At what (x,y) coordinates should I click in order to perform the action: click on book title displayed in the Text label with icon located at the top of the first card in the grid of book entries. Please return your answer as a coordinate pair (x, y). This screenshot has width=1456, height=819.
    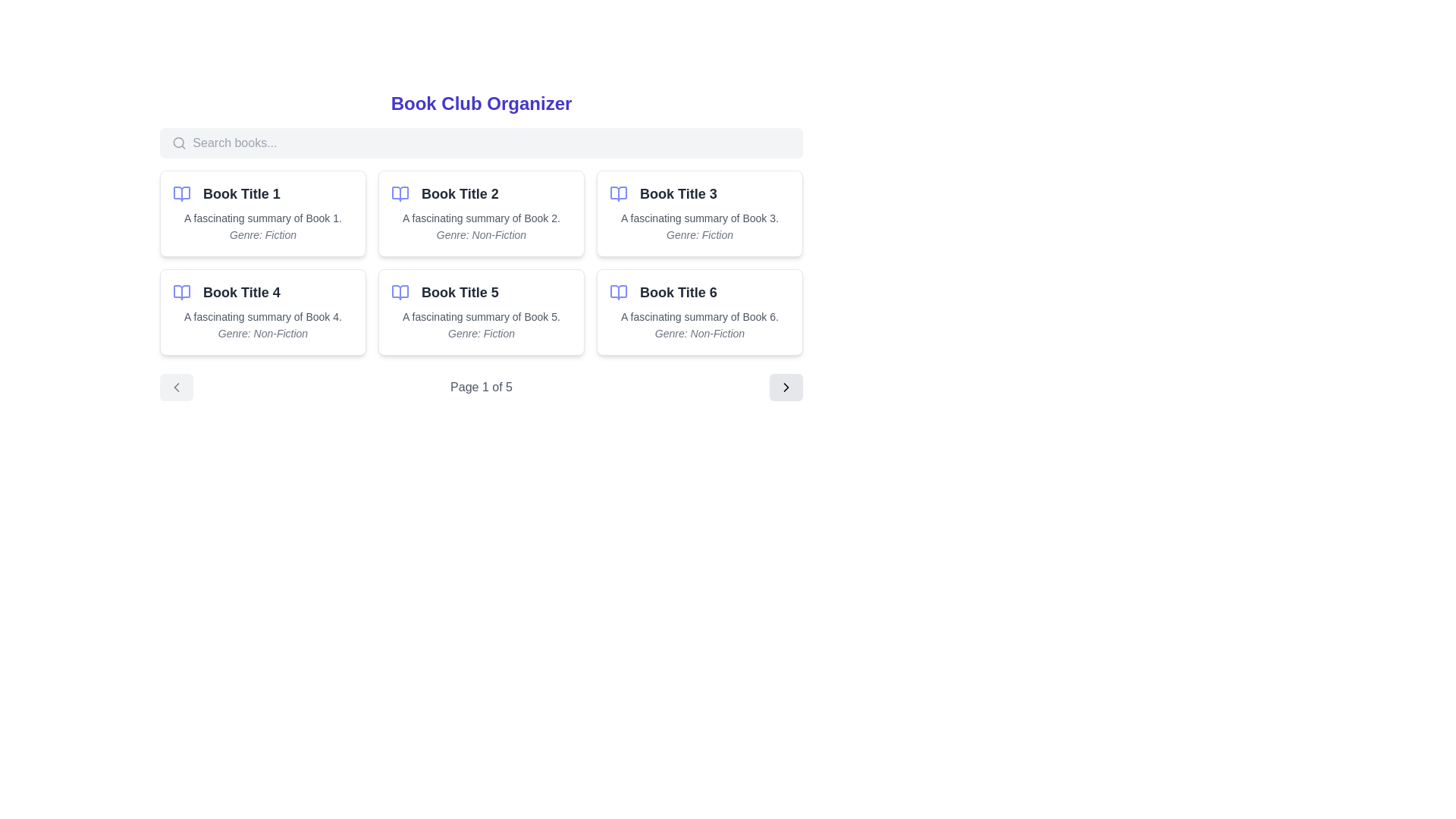
    Looking at the image, I should click on (262, 193).